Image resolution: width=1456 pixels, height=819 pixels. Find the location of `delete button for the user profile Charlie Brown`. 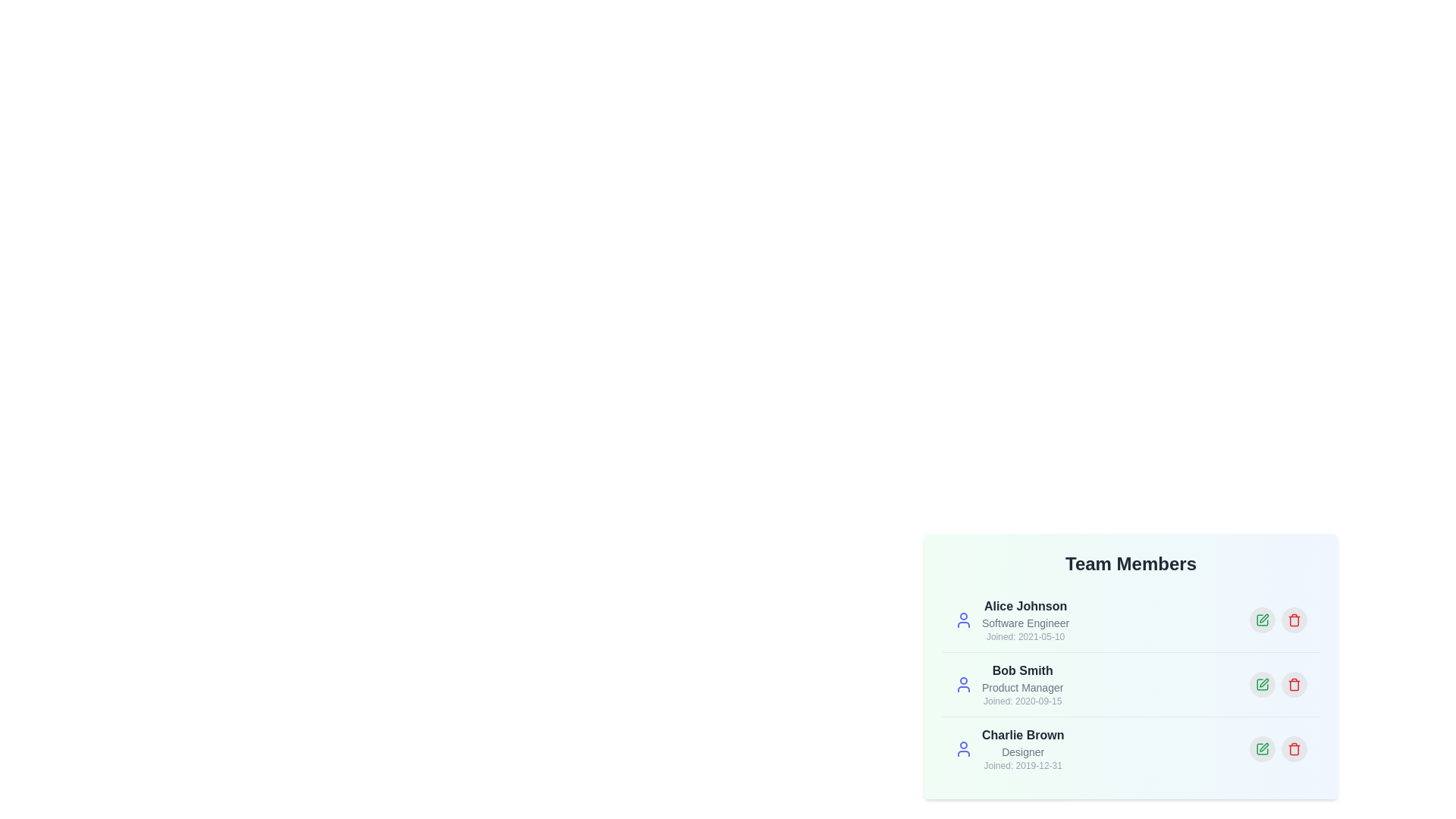

delete button for the user profile Charlie Brown is located at coordinates (1294, 748).